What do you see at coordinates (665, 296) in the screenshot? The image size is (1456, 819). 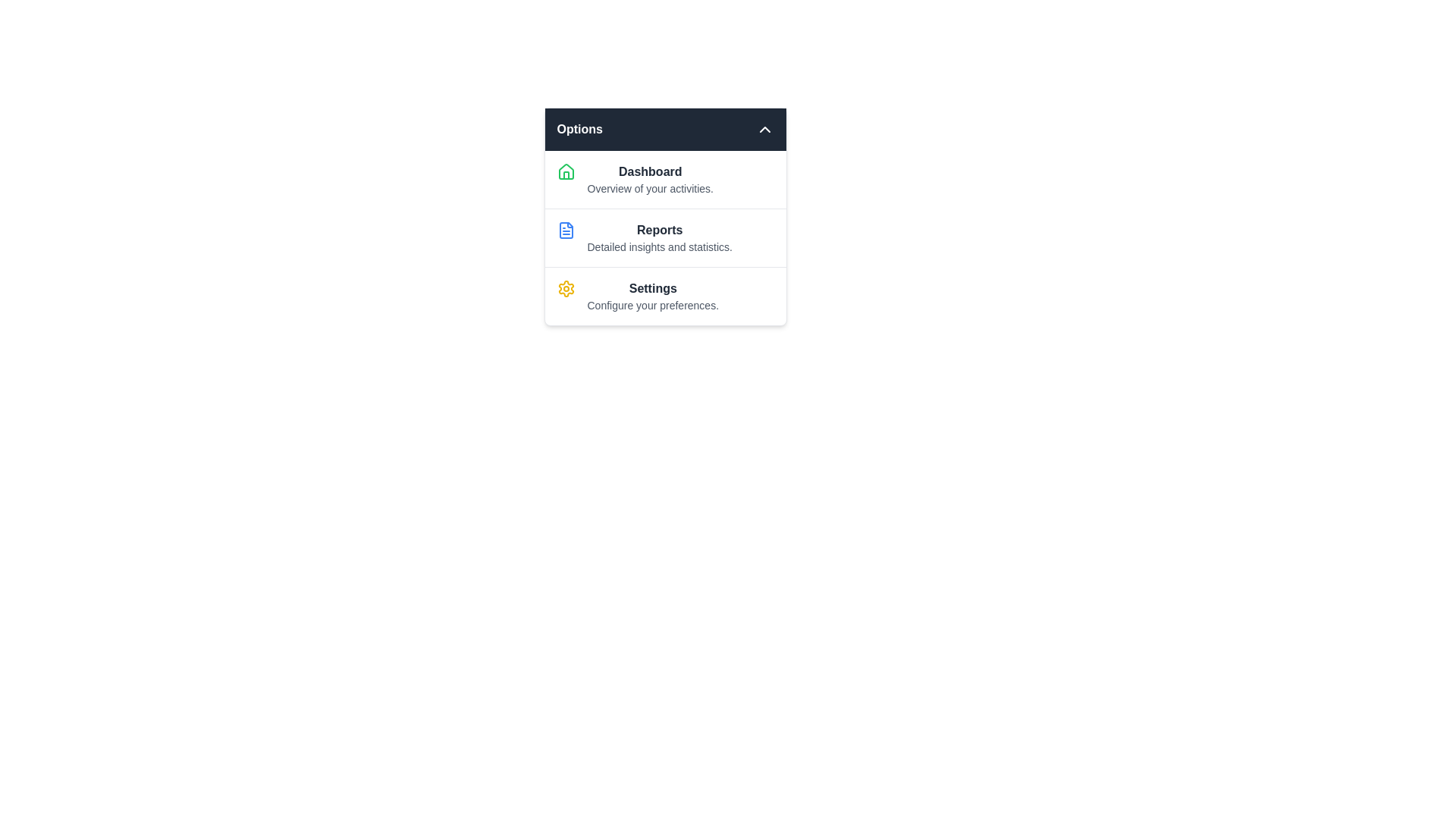 I see `the List option containing a yellow 'gear' icon and bold text 'Settings'` at bounding box center [665, 296].